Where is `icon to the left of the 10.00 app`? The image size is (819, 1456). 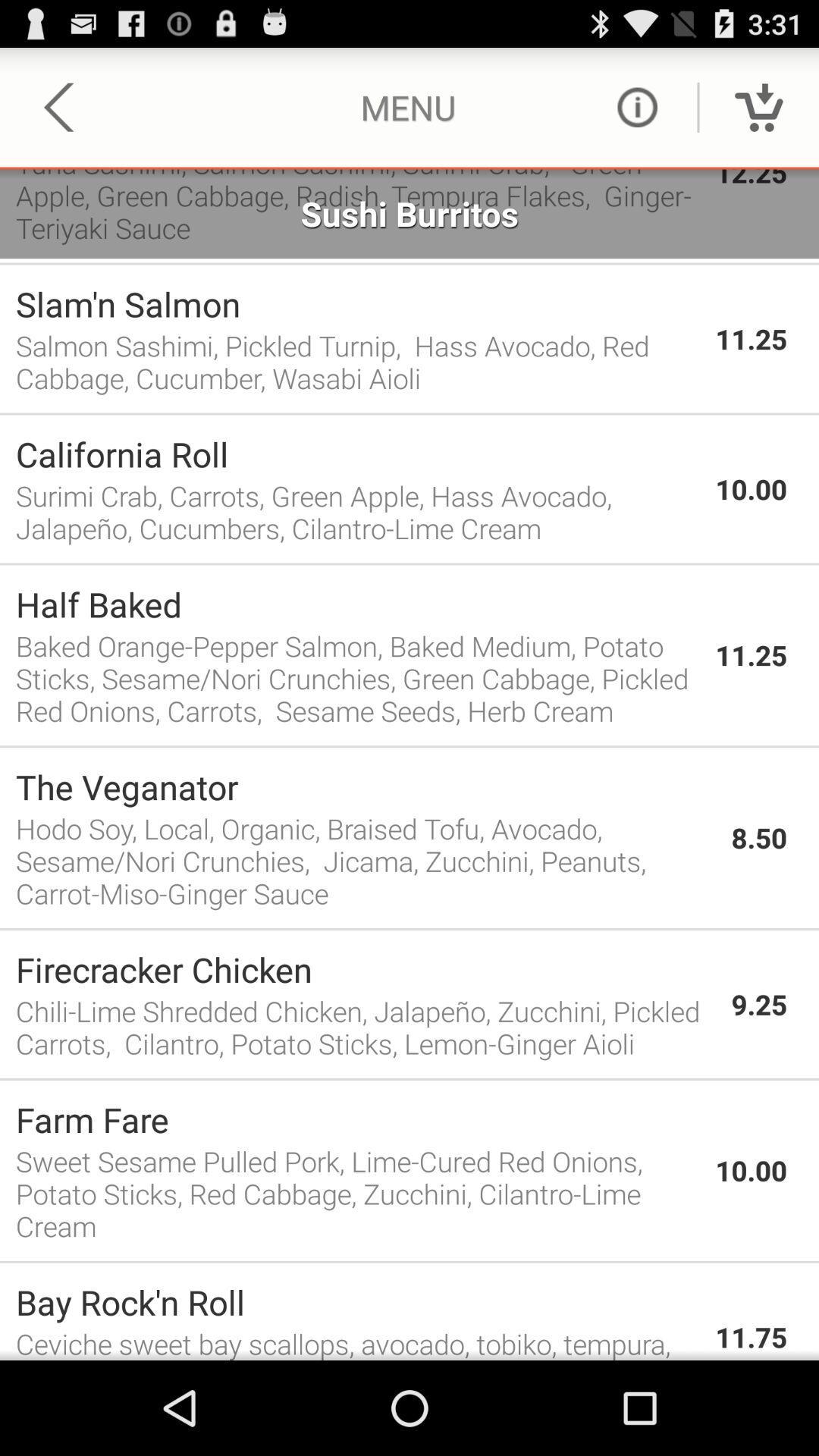 icon to the left of the 10.00 app is located at coordinates (357, 453).